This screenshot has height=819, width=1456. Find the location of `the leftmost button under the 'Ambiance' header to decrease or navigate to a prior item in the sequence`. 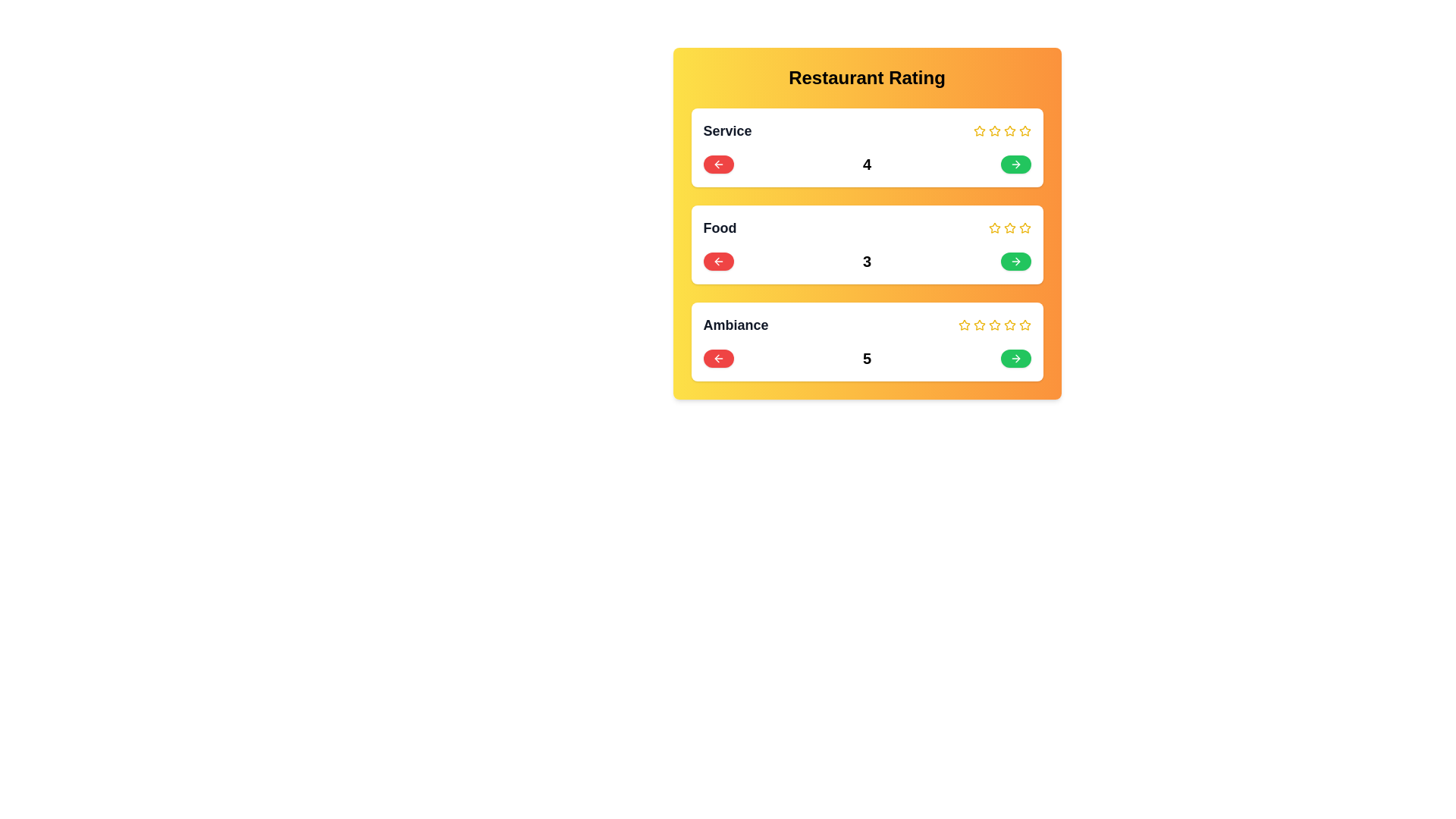

the leftmost button under the 'Ambiance' header to decrease or navigate to a prior item in the sequence is located at coordinates (717, 359).